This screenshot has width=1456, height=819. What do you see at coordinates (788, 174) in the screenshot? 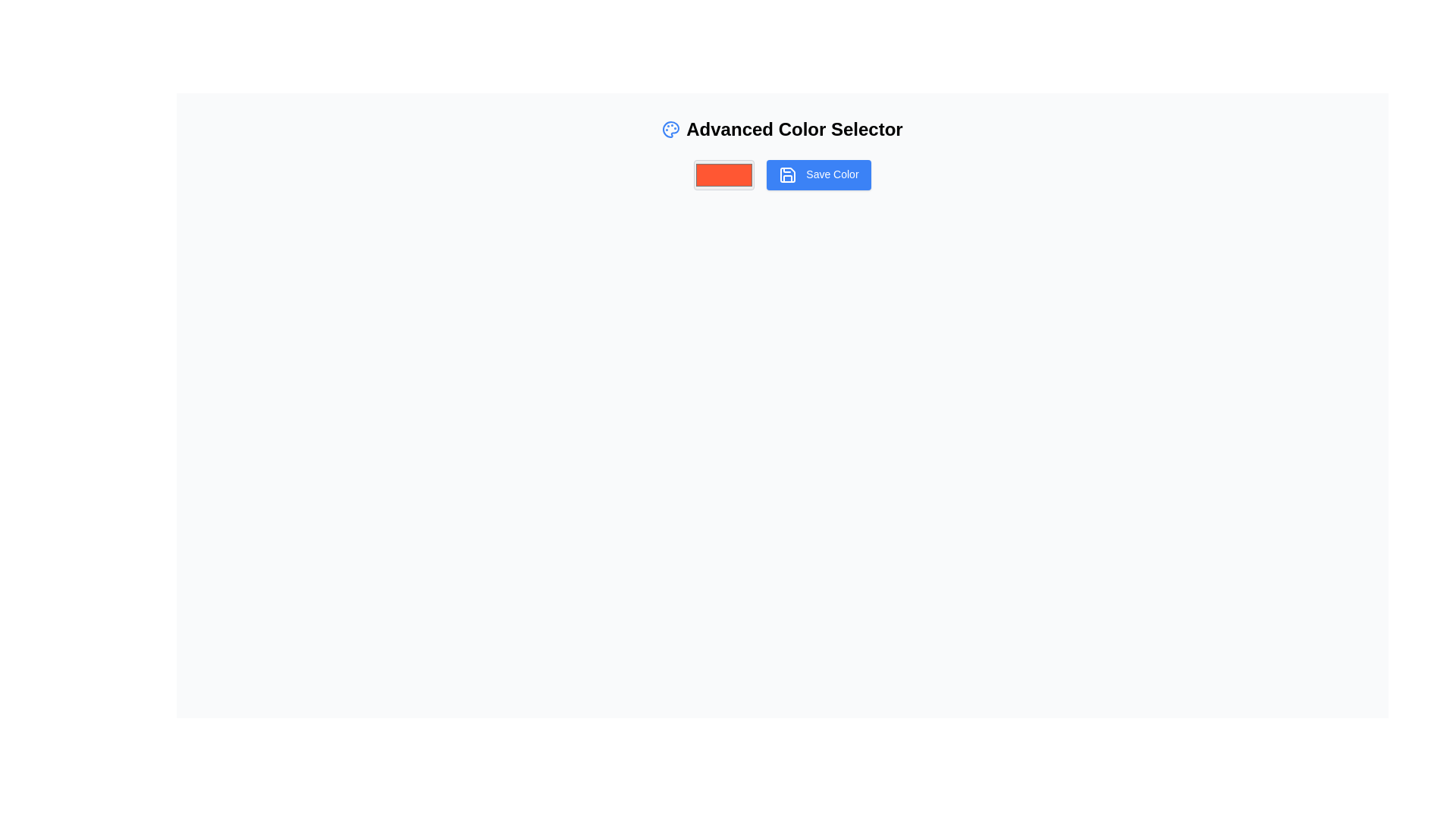
I see `the blue floppy disk icon located to the left of the 'Save Color' text within the button` at bounding box center [788, 174].